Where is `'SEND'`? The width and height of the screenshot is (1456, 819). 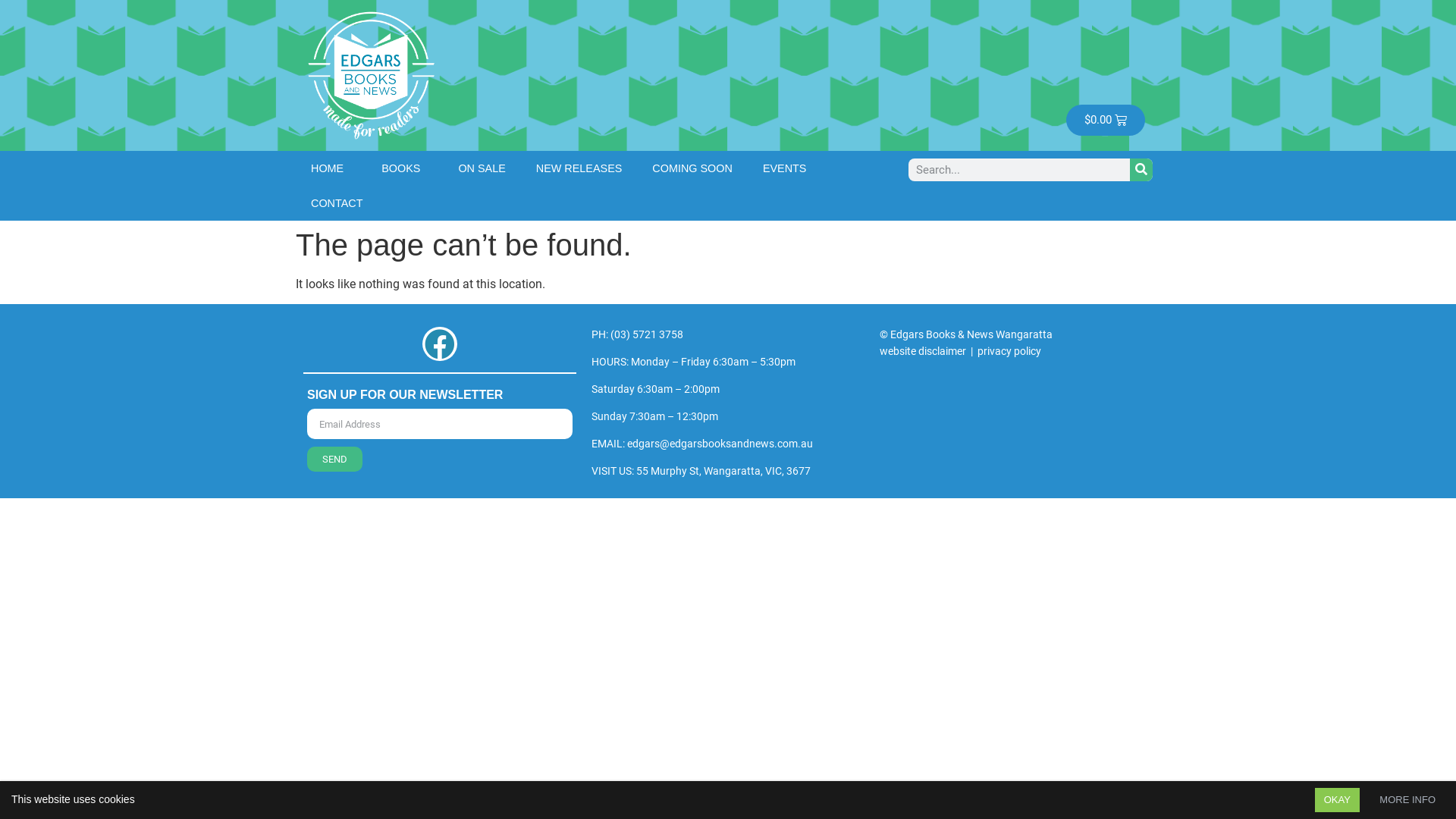
'SEND' is located at coordinates (334, 458).